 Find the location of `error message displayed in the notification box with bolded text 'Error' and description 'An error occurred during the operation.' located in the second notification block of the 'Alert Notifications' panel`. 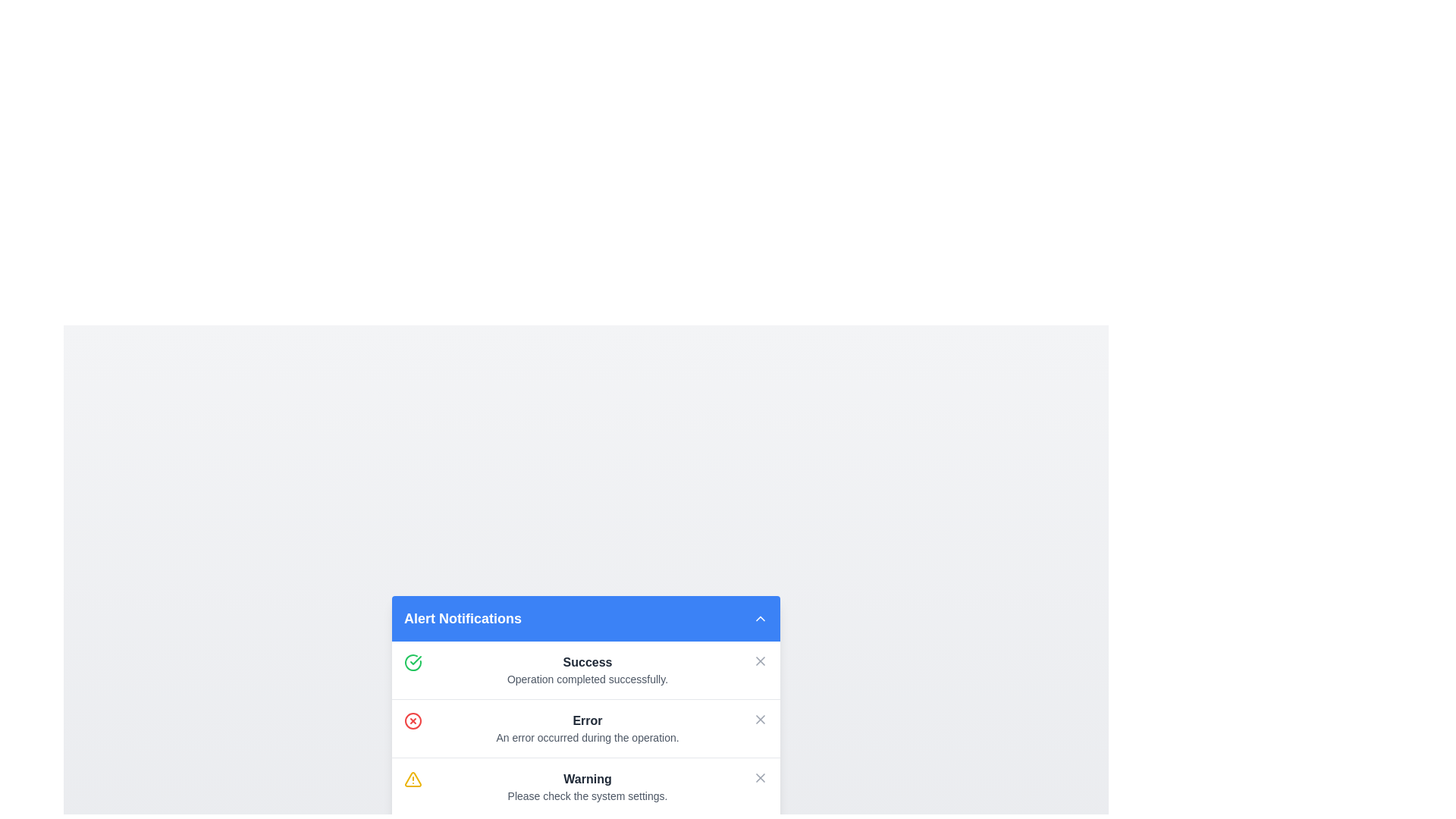

error message displayed in the notification box with bolded text 'Error' and description 'An error occurred during the operation.' located in the second notification block of the 'Alert Notifications' panel is located at coordinates (586, 727).